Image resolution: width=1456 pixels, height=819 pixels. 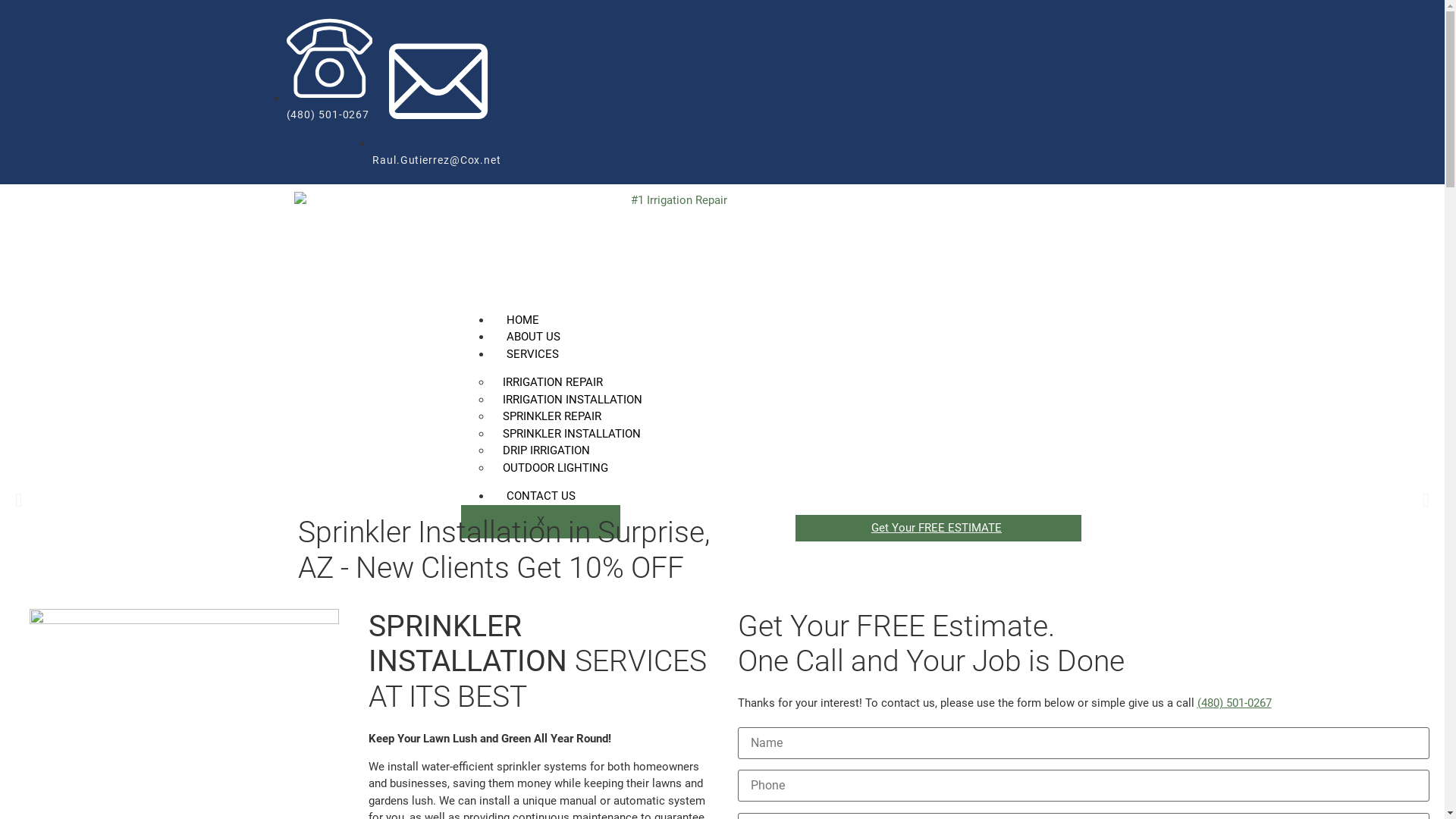 What do you see at coordinates (532, 353) in the screenshot?
I see `'SERVICES'` at bounding box center [532, 353].